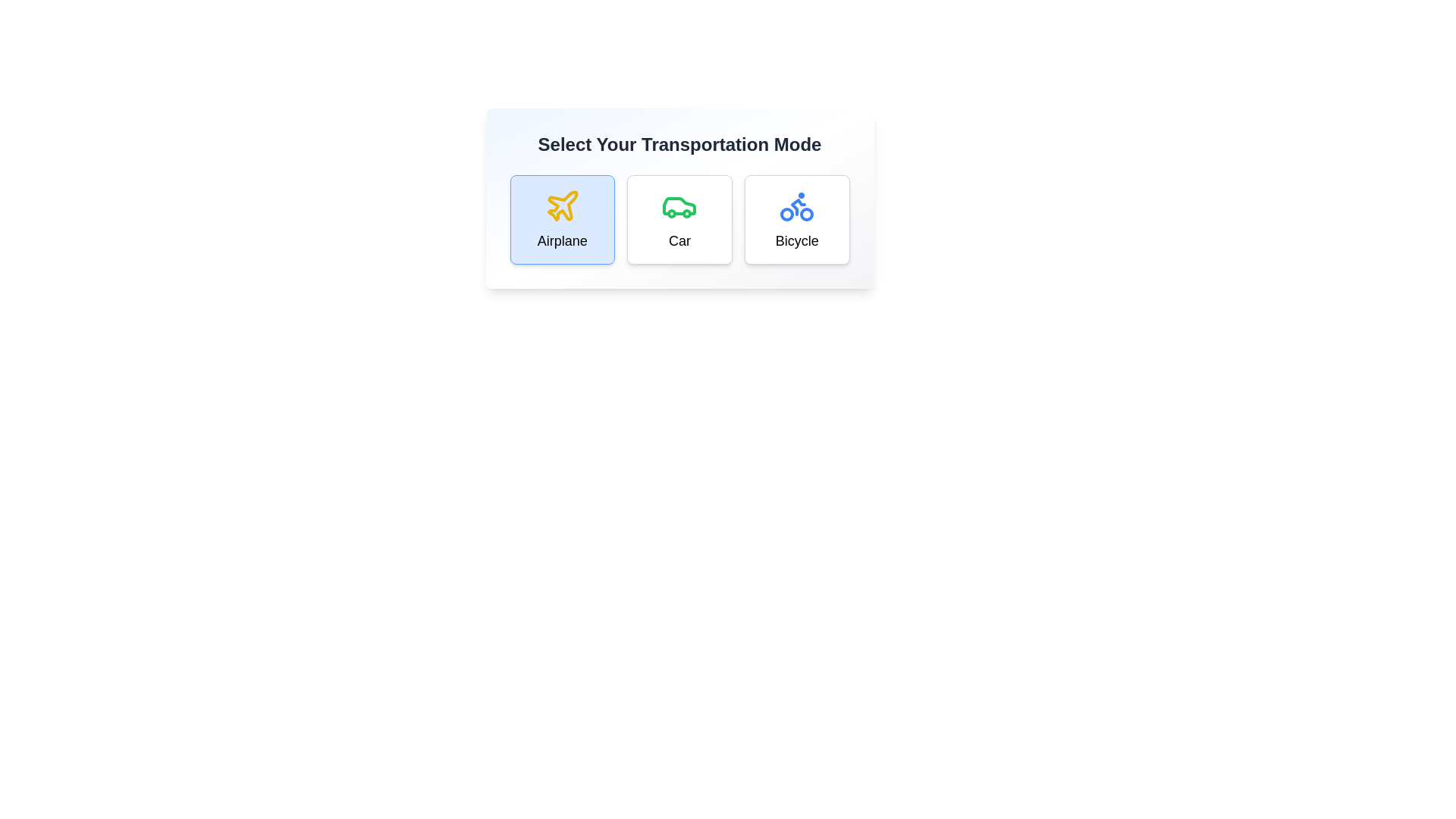  I want to click on the decorative circle element representing the rear wheel's hub in the Bicycle icon, so click(806, 214).